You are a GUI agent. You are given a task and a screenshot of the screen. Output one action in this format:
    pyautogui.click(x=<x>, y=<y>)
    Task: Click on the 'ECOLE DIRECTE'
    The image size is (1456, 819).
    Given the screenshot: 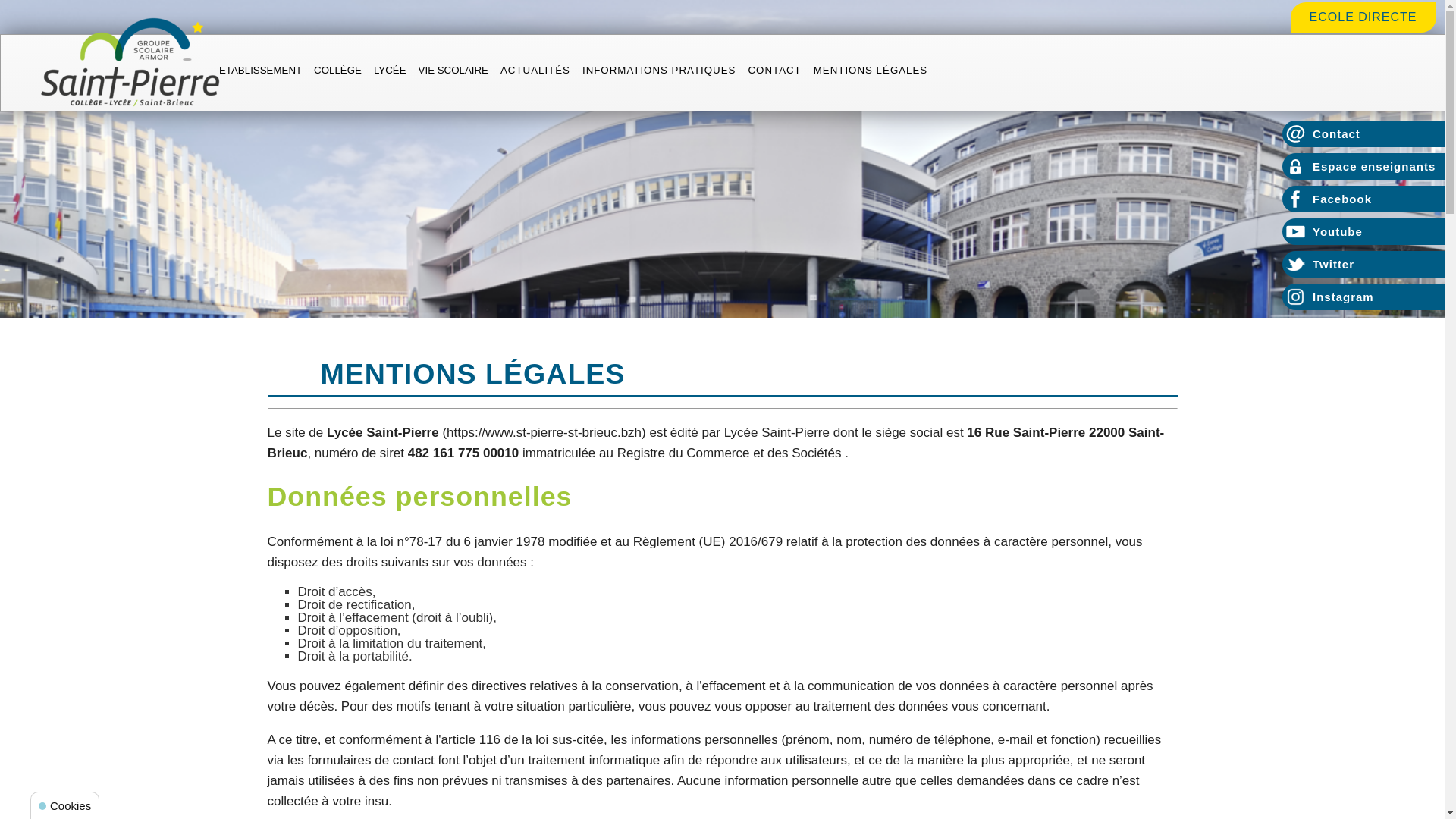 What is the action you would take?
    pyautogui.click(x=1363, y=17)
    